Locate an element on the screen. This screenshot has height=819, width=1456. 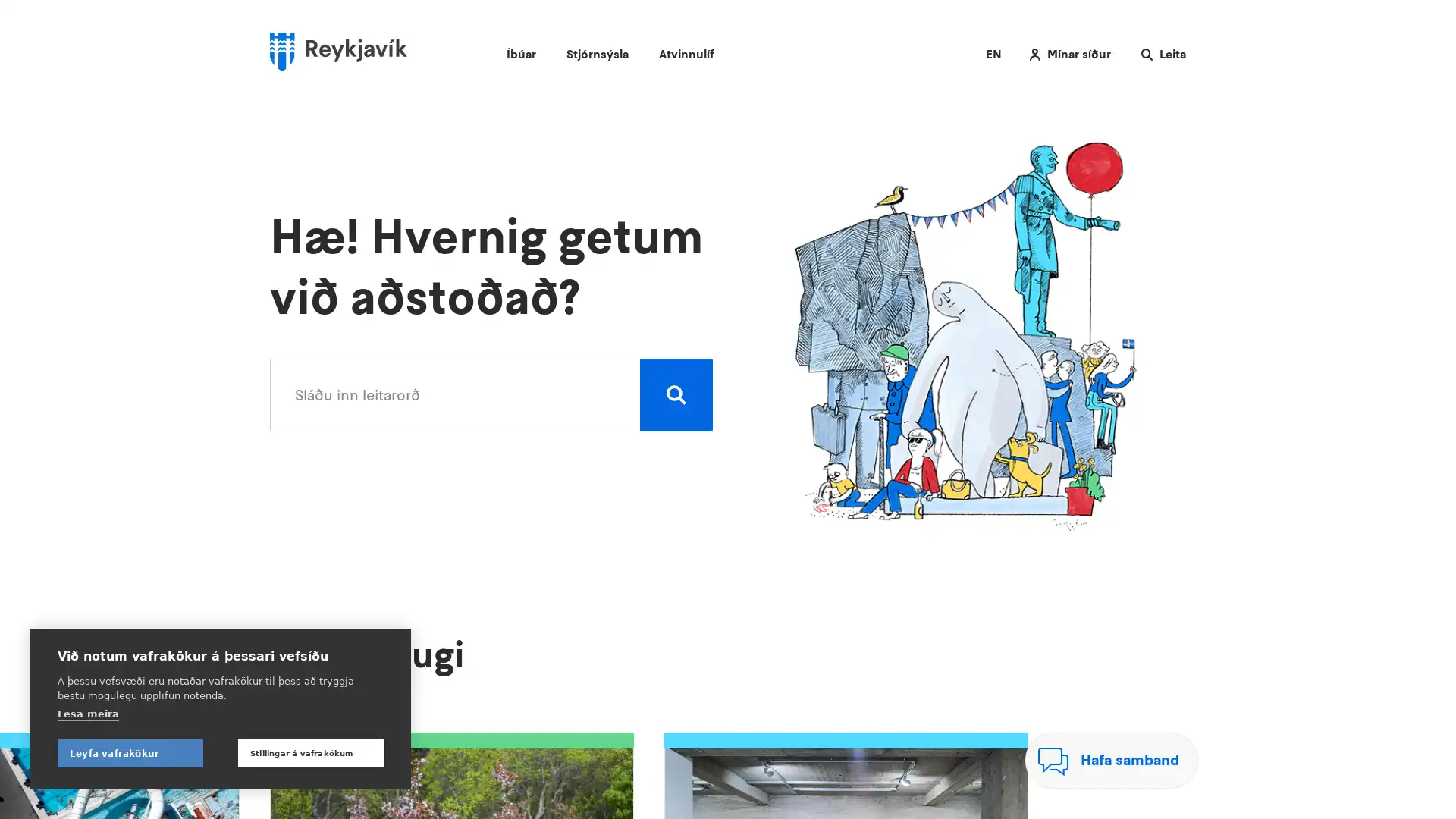
Stjornsysla is located at coordinates (596, 51).